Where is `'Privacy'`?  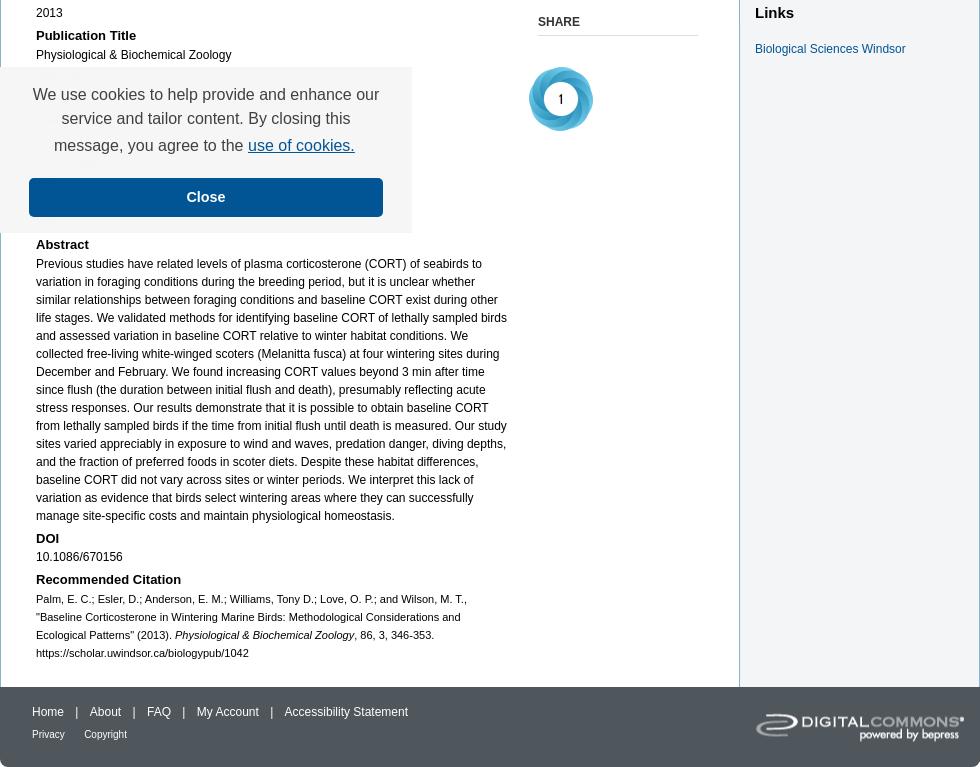 'Privacy' is located at coordinates (48, 733).